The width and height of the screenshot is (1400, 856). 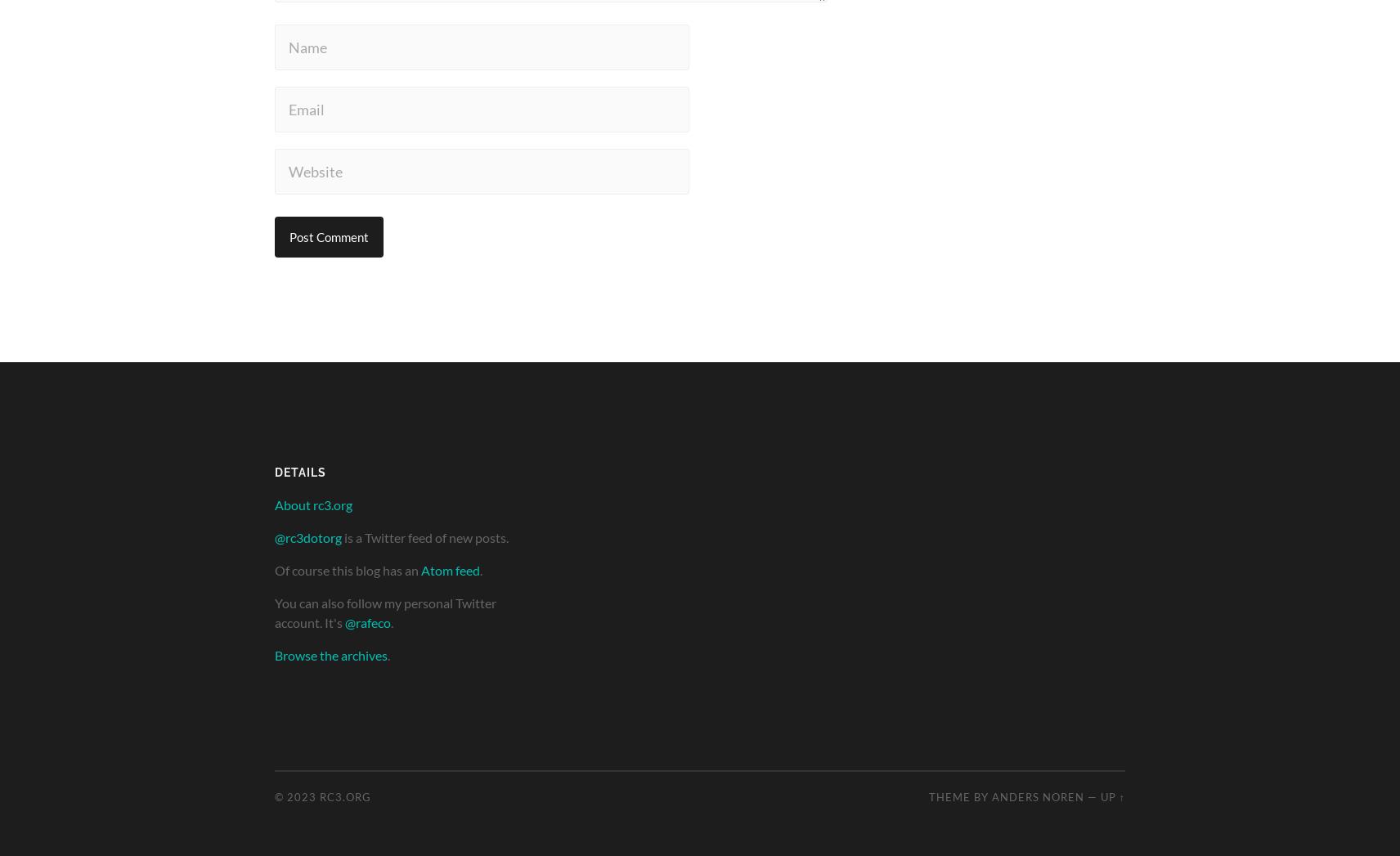 What do you see at coordinates (367, 621) in the screenshot?
I see `'@rafeco'` at bounding box center [367, 621].